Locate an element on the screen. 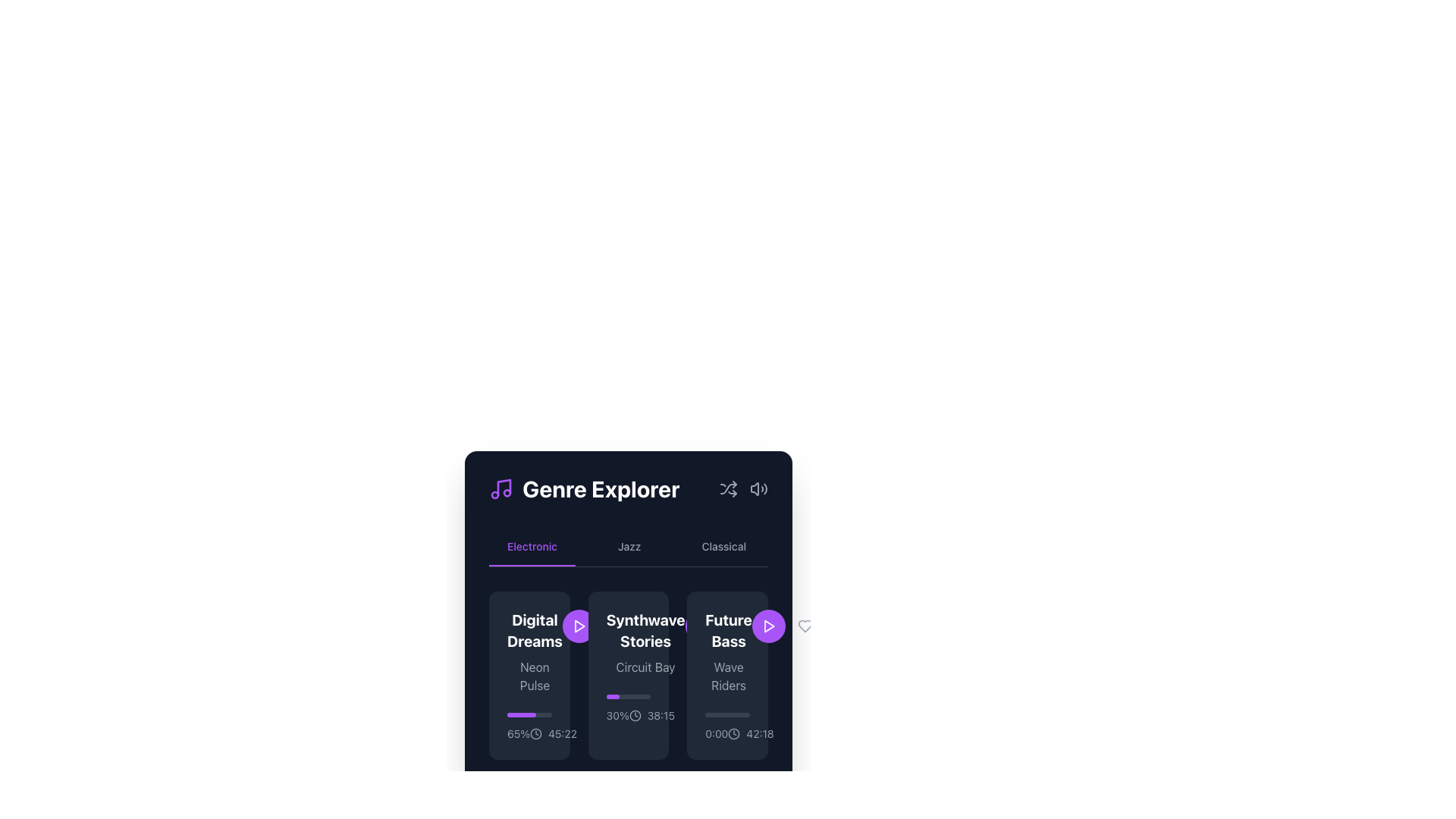 The image size is (1456, 819). the gray speaker icon button located at the top-right corner of the 'Genre Explorer' section is located at coordinates (759, 488).